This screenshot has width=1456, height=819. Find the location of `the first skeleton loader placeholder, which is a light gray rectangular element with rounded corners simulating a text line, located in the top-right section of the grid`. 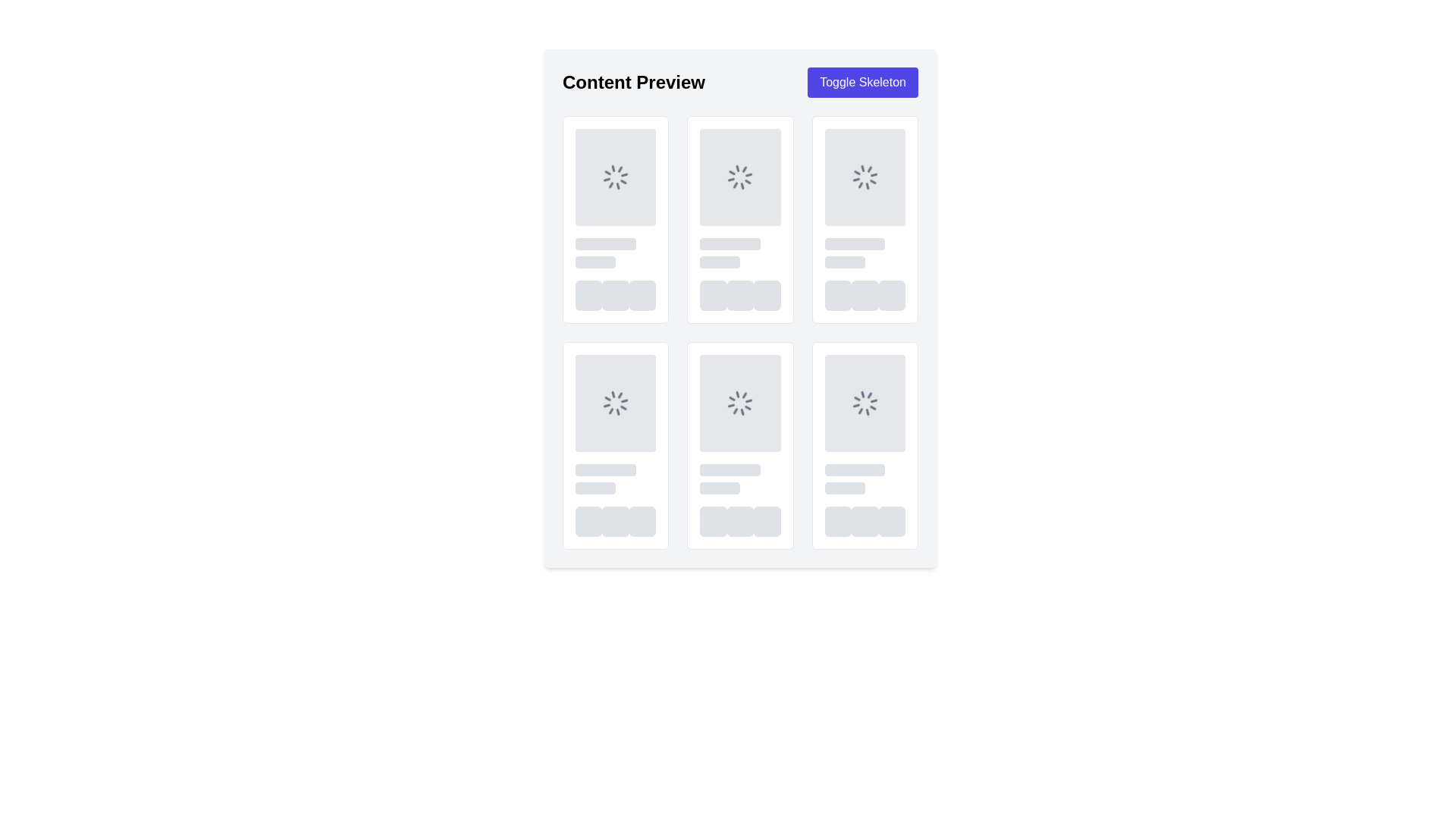

the first skeleton loader placeholder, which is a light gray rectangular element with rounded corners simulating a text line, located in the top-right section of the grid is located at coordinates (855, 243).